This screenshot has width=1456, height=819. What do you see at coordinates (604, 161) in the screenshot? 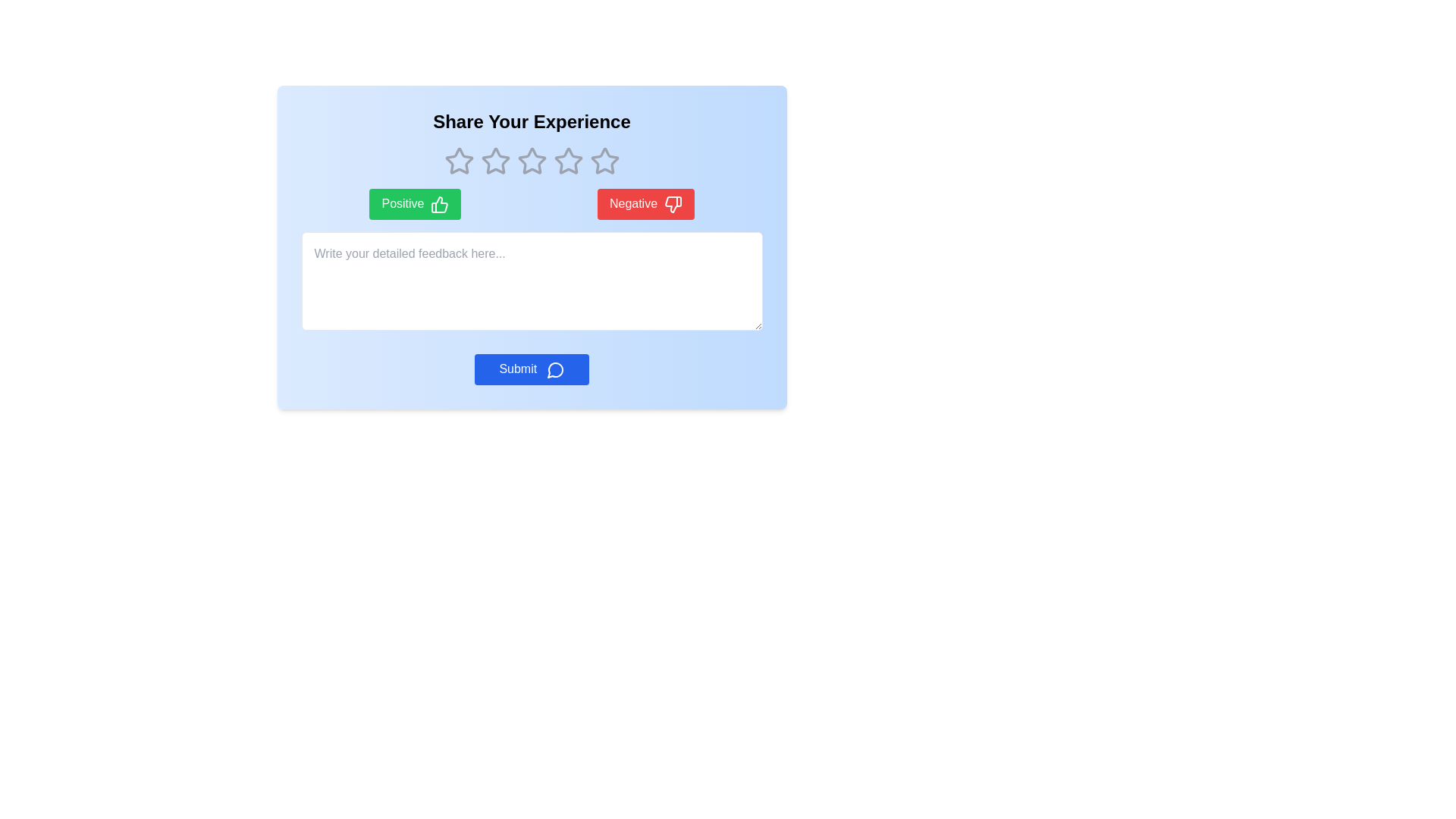
I see `the fifth star icon in the rating section under 'Share Your Experience'` at bounding box center [604, 161].